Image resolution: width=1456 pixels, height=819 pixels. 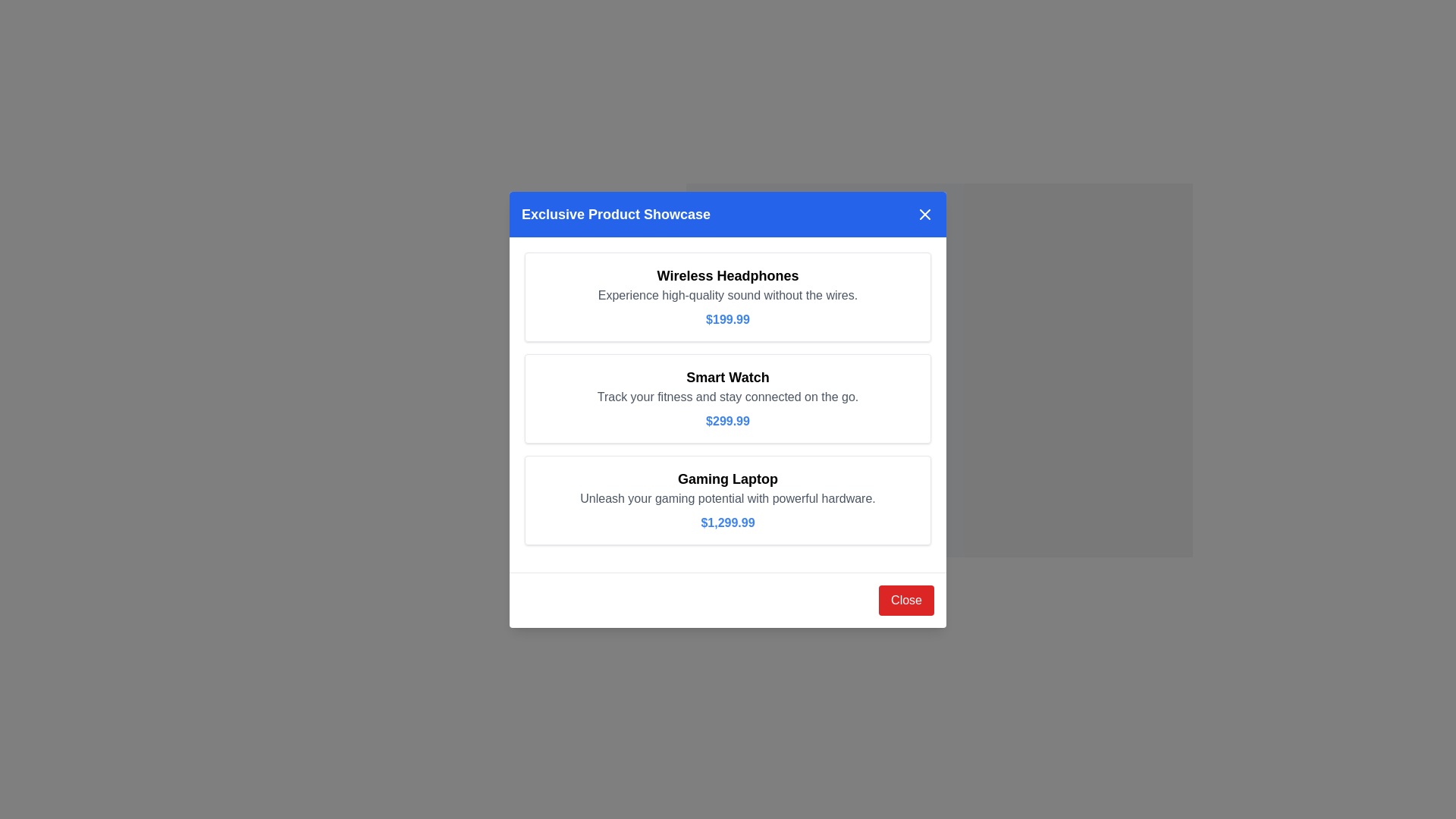 What do you see at coordinates (728, 498) in the screenshot?
I see `descriptive tagline text element for the 'Gaming Laptop' product, which is centrally aligned and located between the title and the price` at bounding box center [728, 498].